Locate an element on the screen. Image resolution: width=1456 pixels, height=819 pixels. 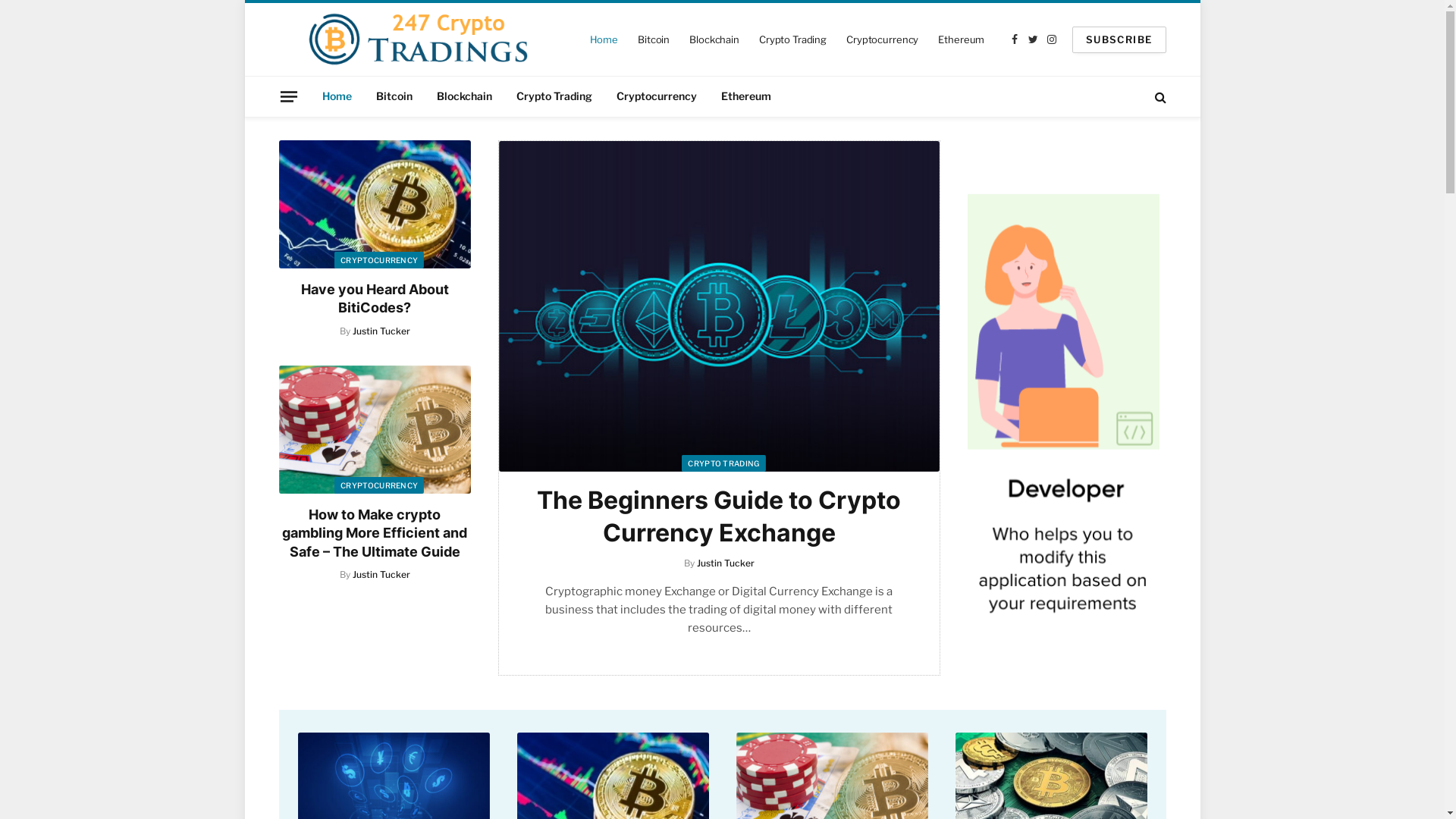
'SUBSCRIBE' is located at coordinates (1119, 38).